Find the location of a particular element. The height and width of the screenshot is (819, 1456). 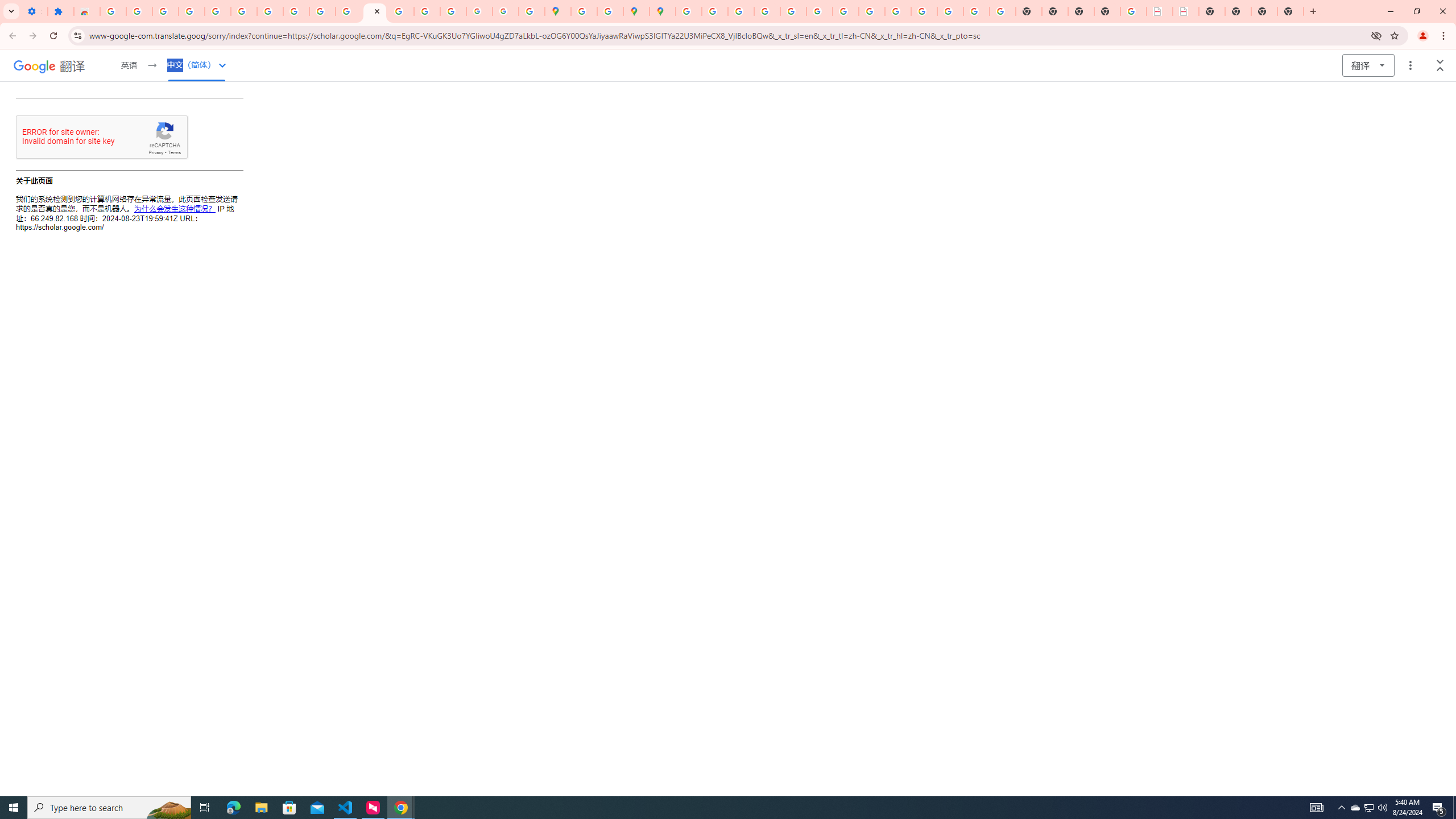

'LAAD Defence & Security 2025 | BAE Systems' is located at coordinates (1159, 11).